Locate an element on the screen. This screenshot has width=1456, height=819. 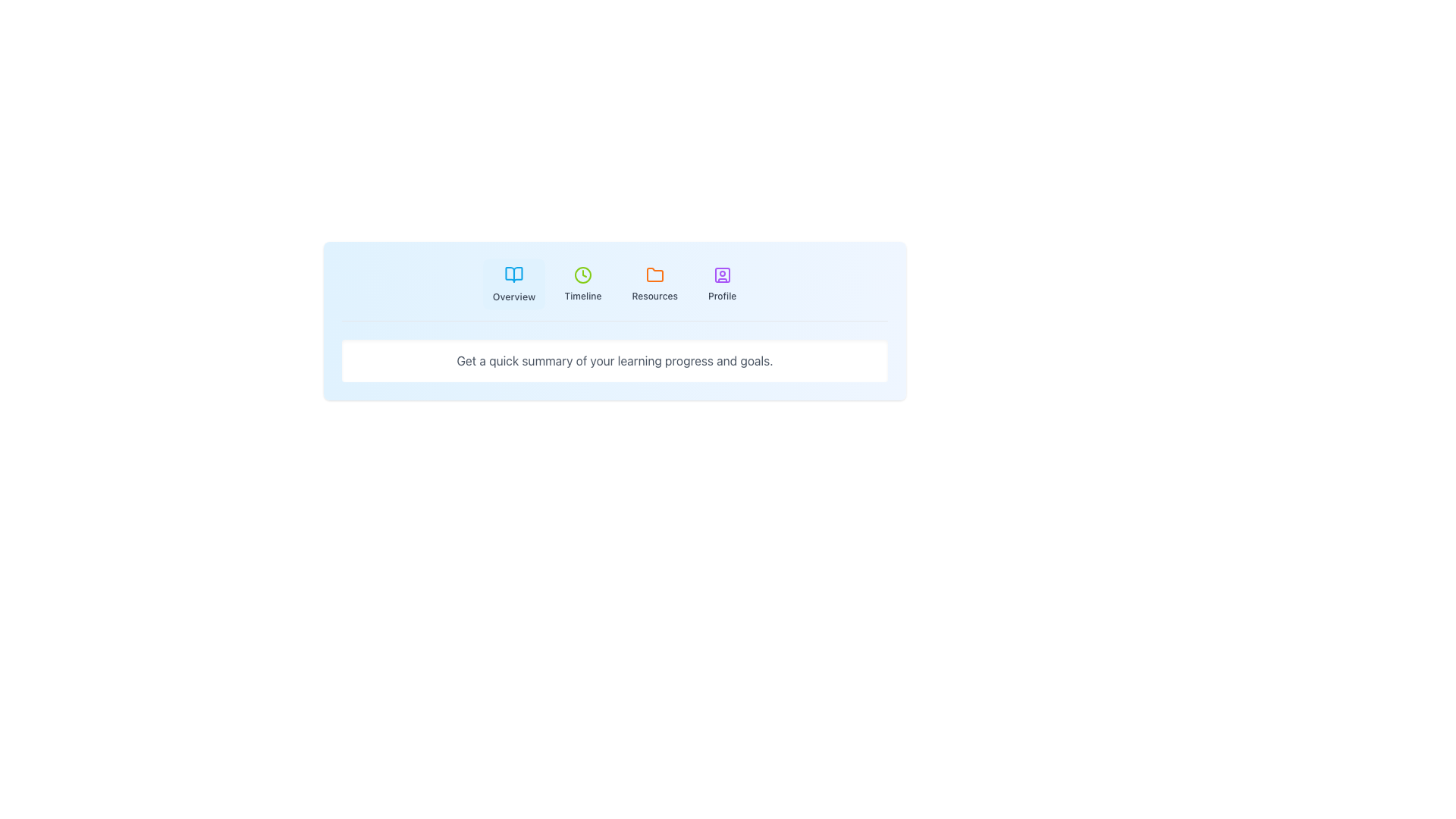
the navigation button located between the 'Timeline' element on the left and the 'Profile' element on the right is located at coordinates (654, 284).